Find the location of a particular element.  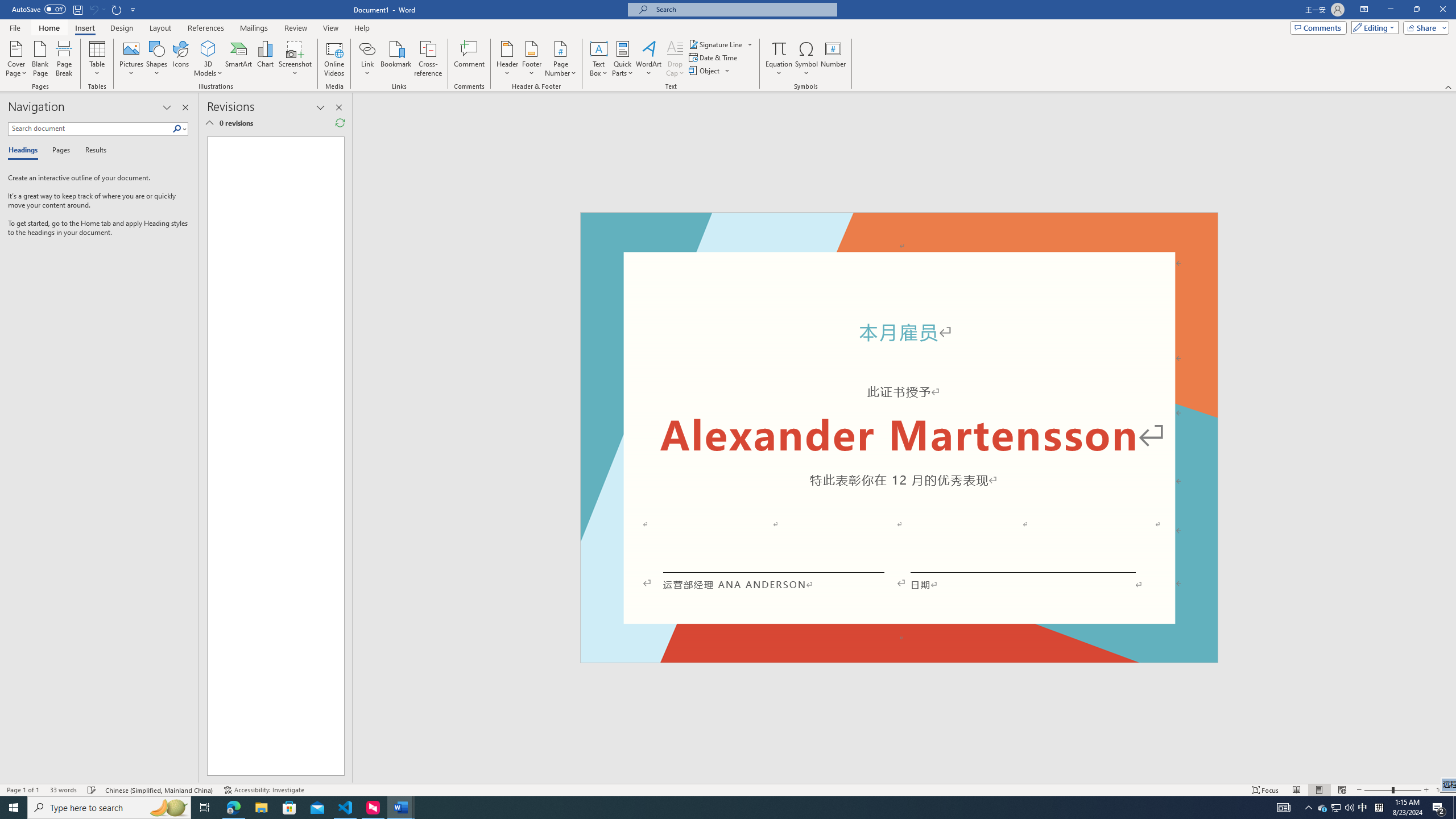

'Online Videos...' is located at coordinates (334, 59).